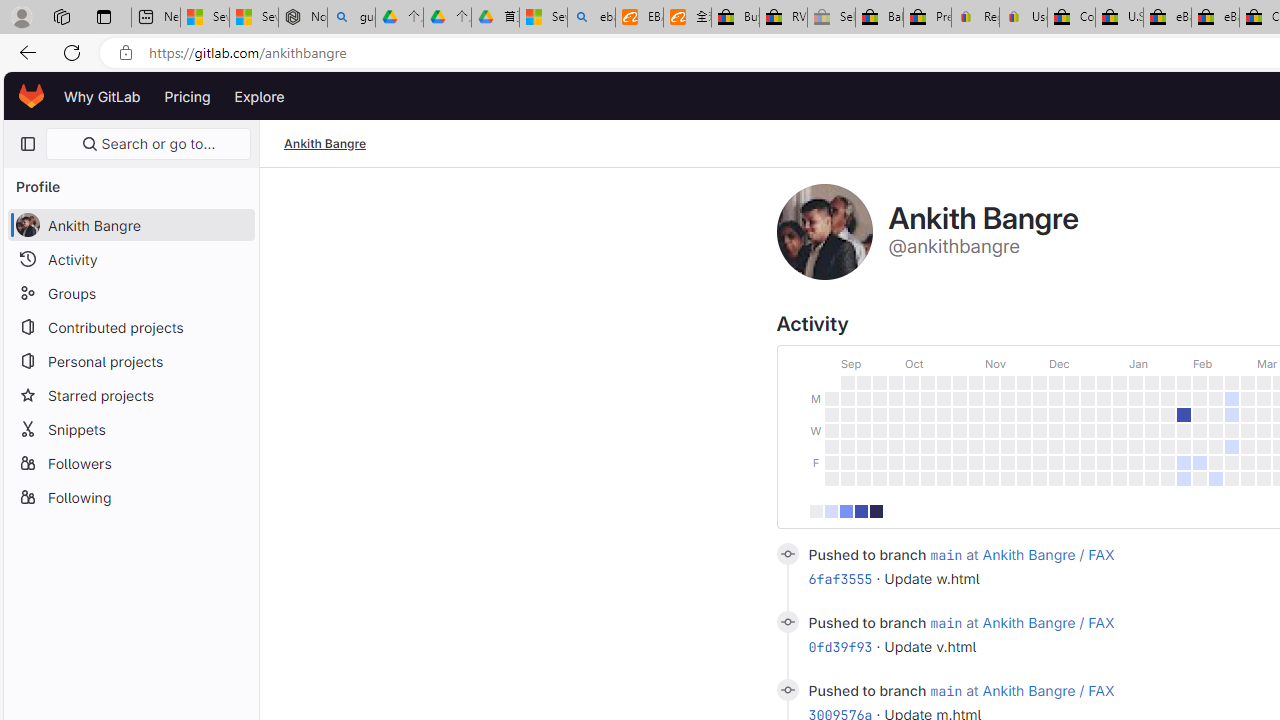  What do you see at coordinates (831, 510) in the screenshot?
I see `'1-9 contributions'` at bounding box center [831, 510].